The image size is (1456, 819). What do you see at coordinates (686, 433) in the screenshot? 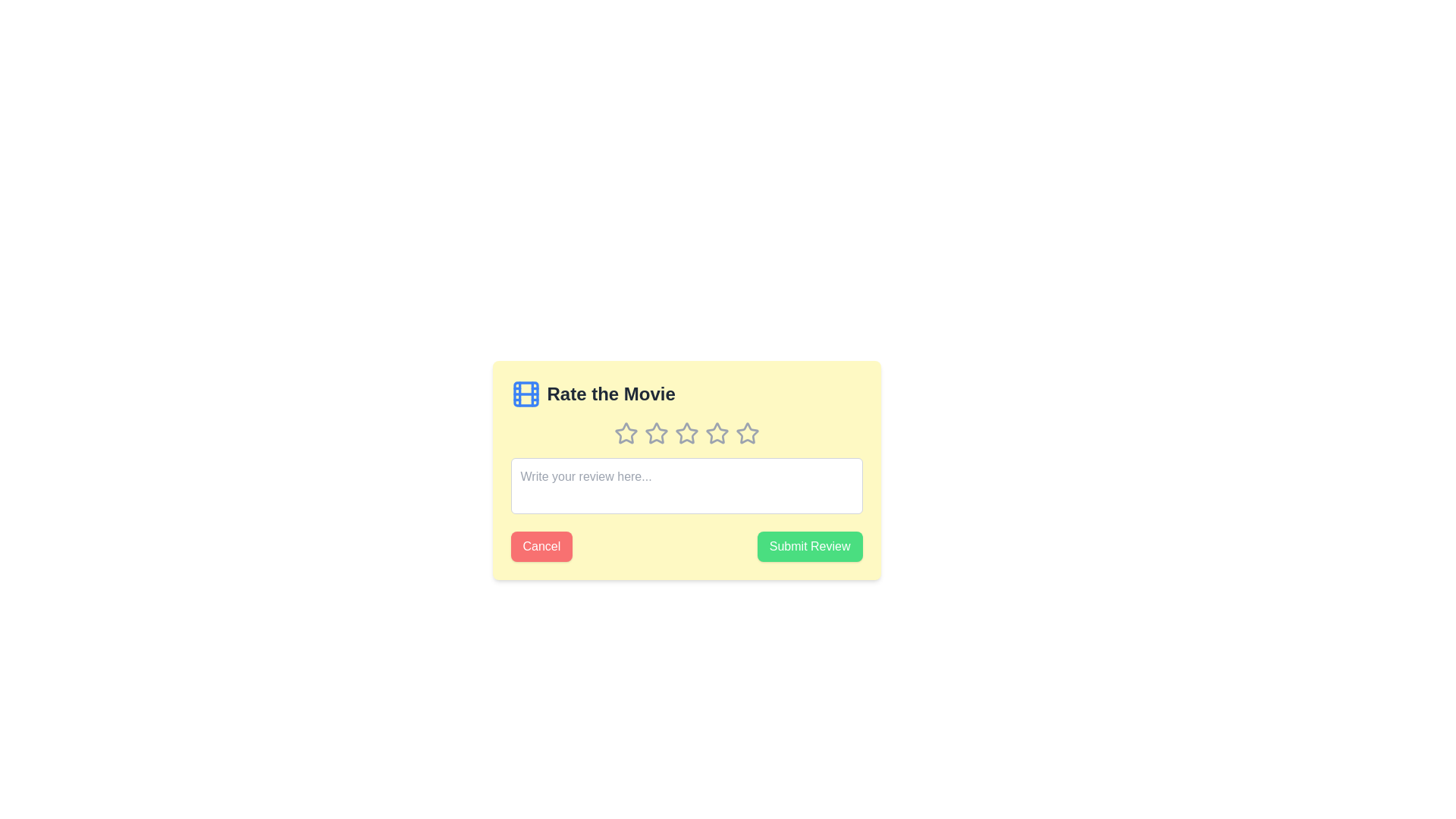
I see `the third star-shaped rating icon in the movie rating interface` at bounding box center [686, 433].